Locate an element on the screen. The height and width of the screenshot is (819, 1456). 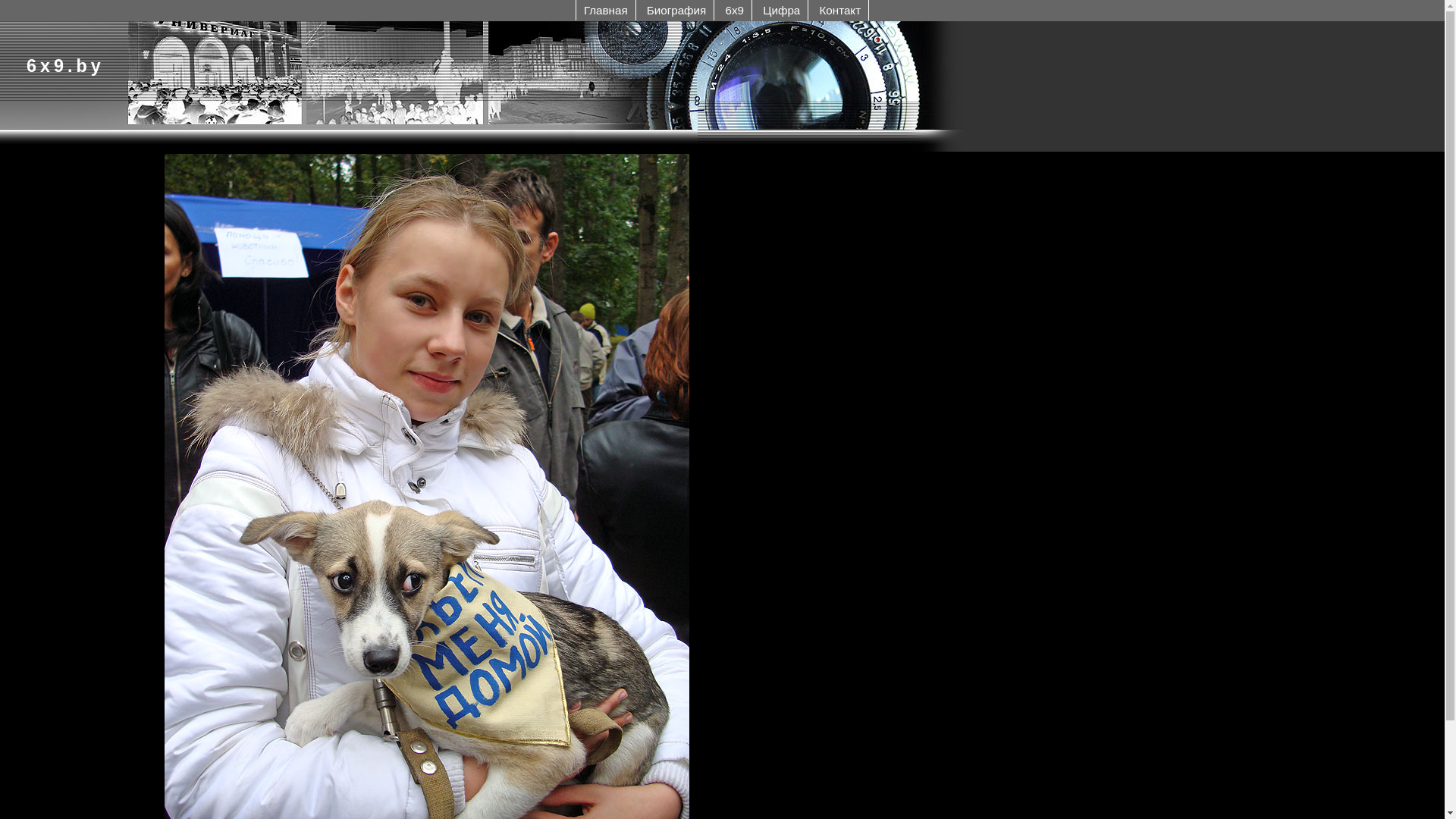
'6x9' is located at coordinates (735, 10).